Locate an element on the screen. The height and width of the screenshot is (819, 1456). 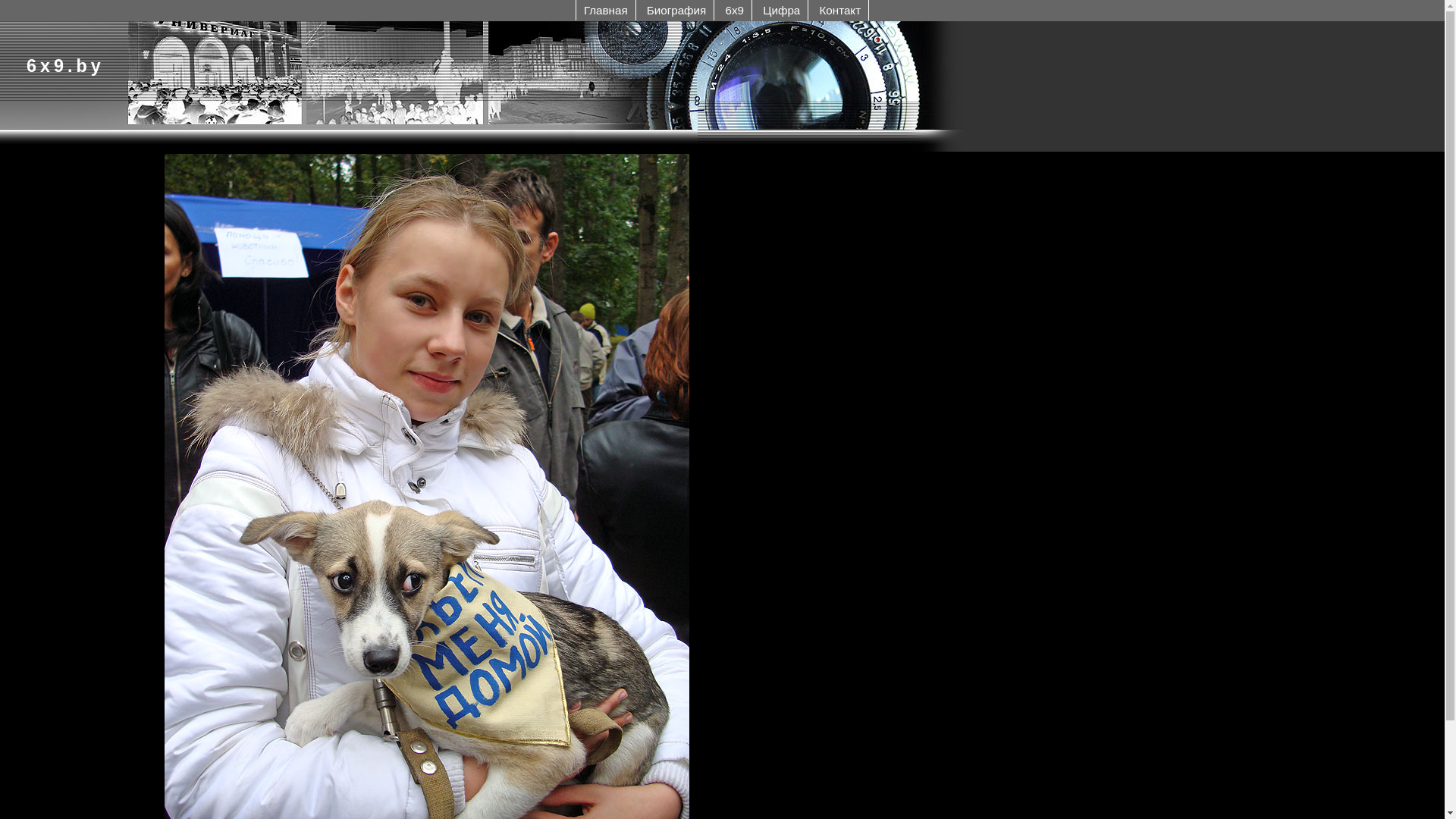
'6x9' is located at coordinates (735, 10).